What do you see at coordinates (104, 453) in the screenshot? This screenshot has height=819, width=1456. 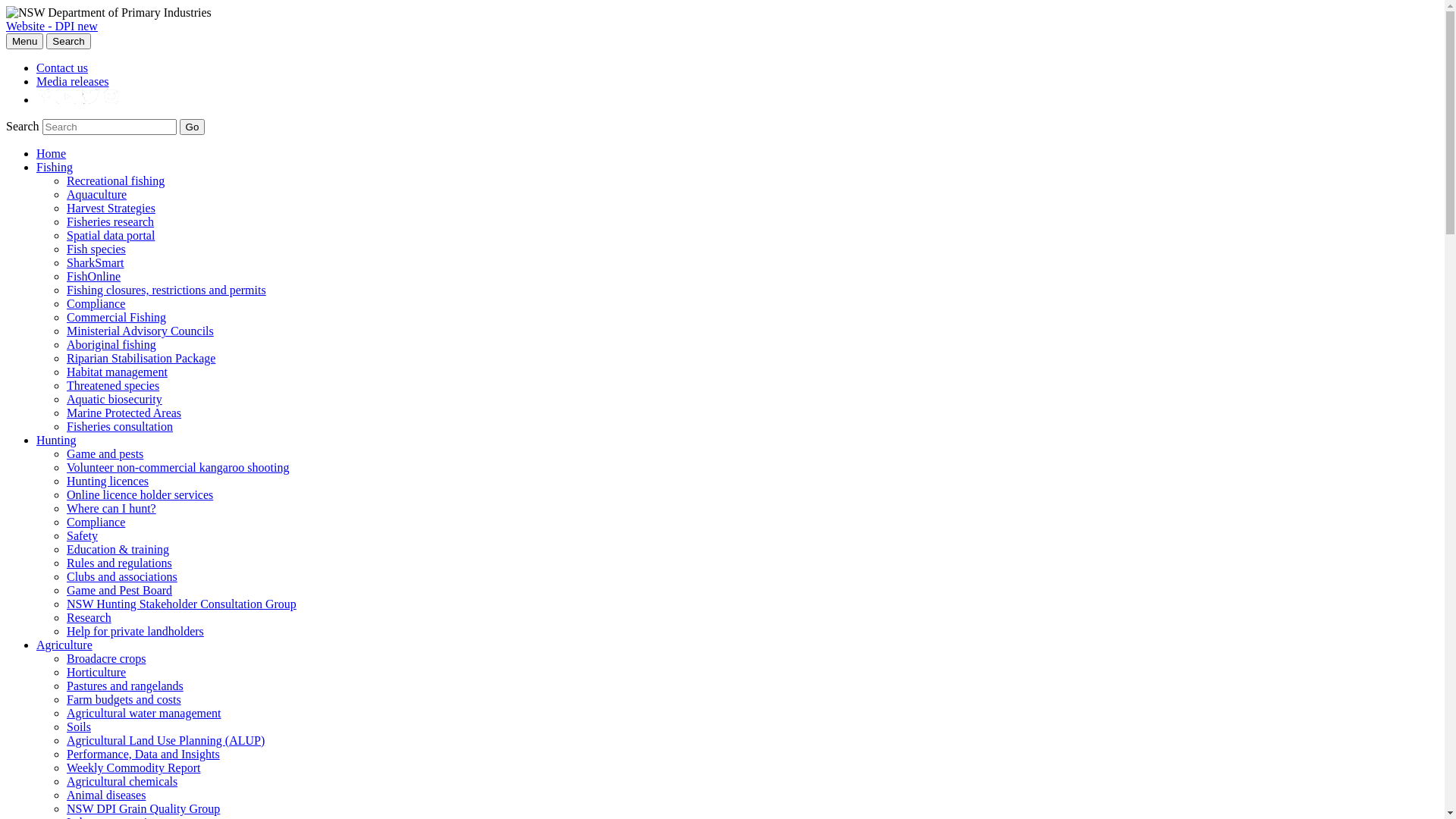 I see `'Game and pests'` at bounding box center [104, 453].